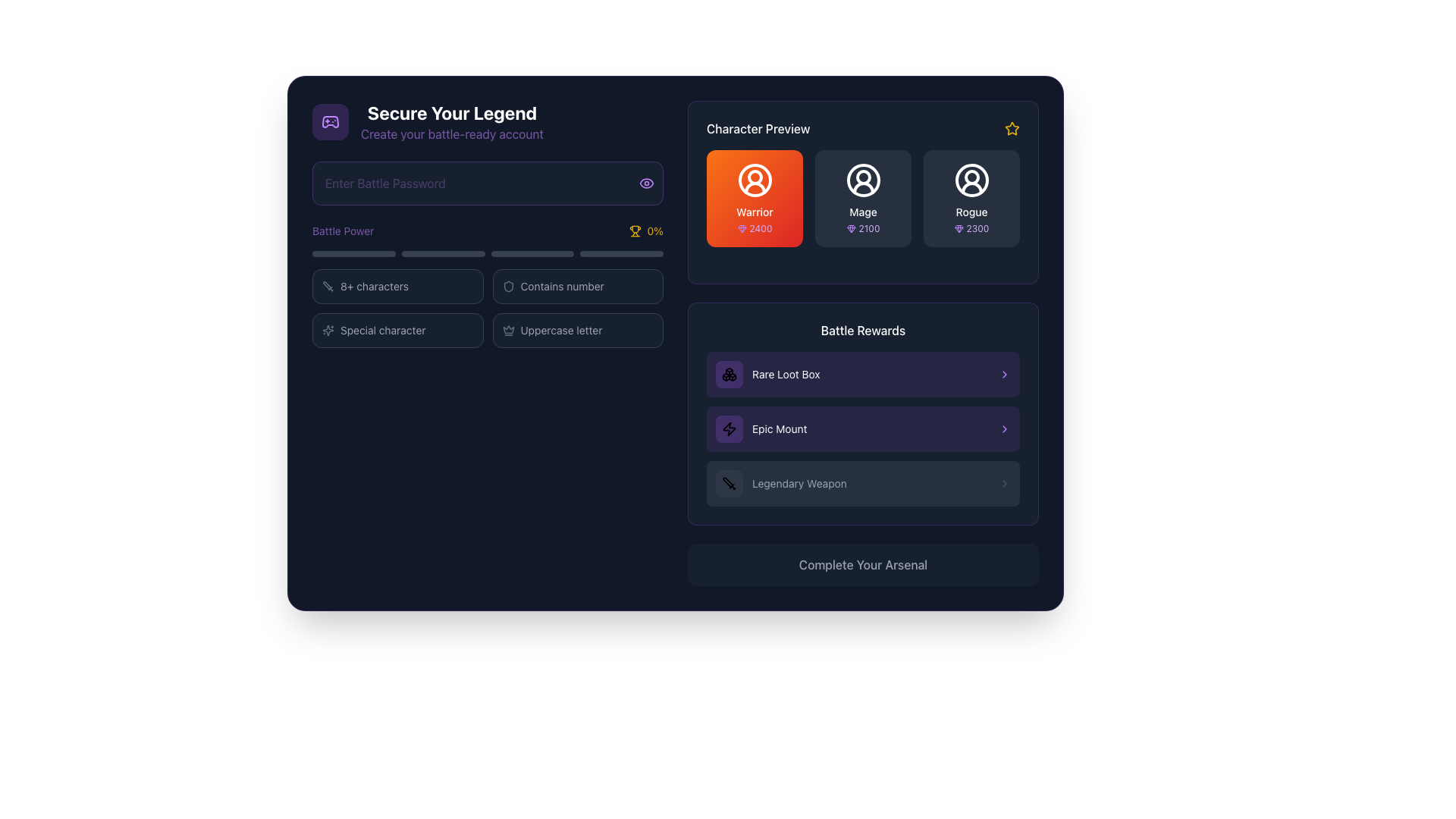  I want to click on the purple rightward-pointing chevron icon used for navigation located at the far right of the 'Epic Mount' row in the 'Battle Rewards' section, so click(1004, 429).